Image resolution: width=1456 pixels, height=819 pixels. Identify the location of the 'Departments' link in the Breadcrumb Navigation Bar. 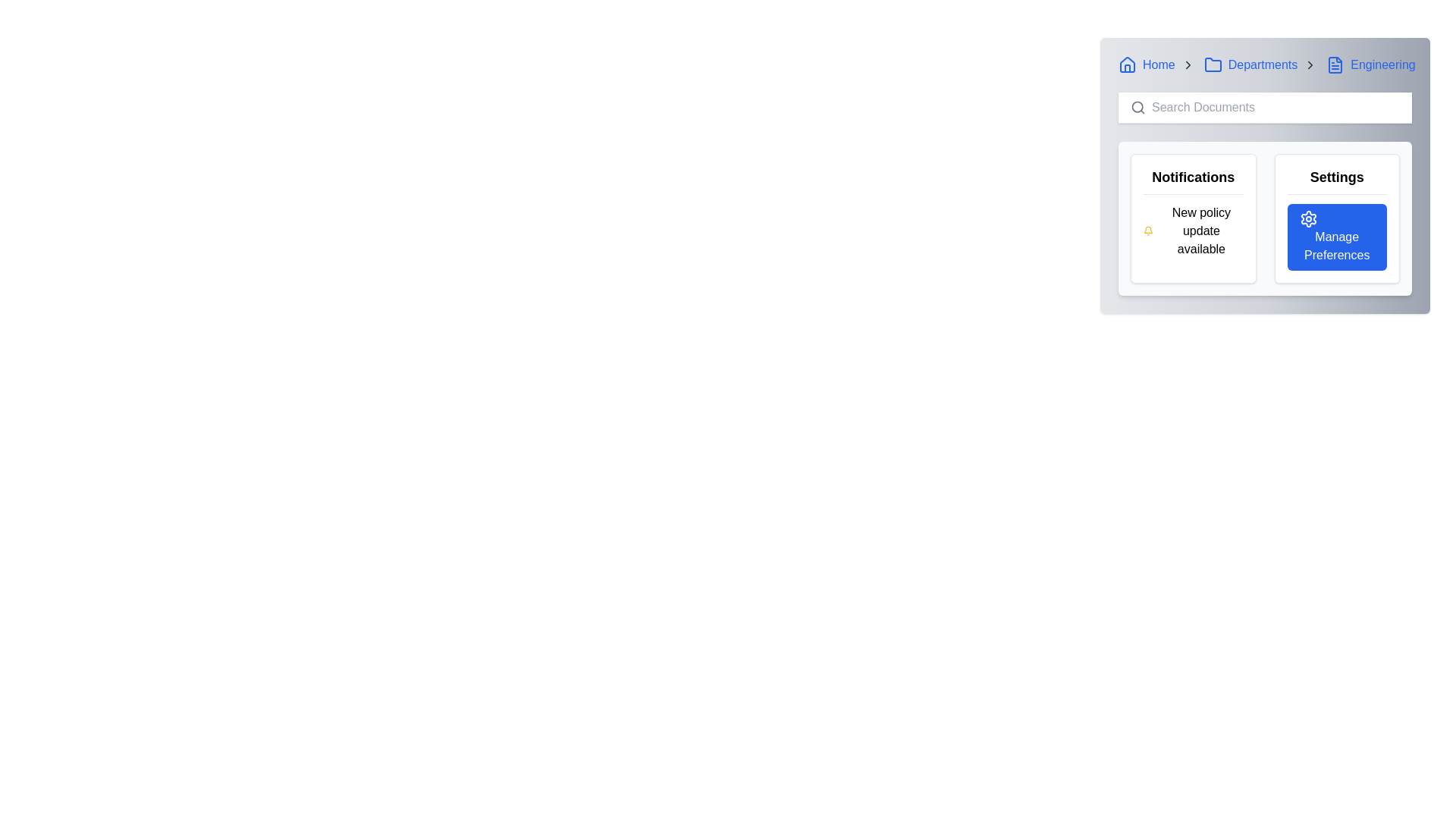
(1265, 64).